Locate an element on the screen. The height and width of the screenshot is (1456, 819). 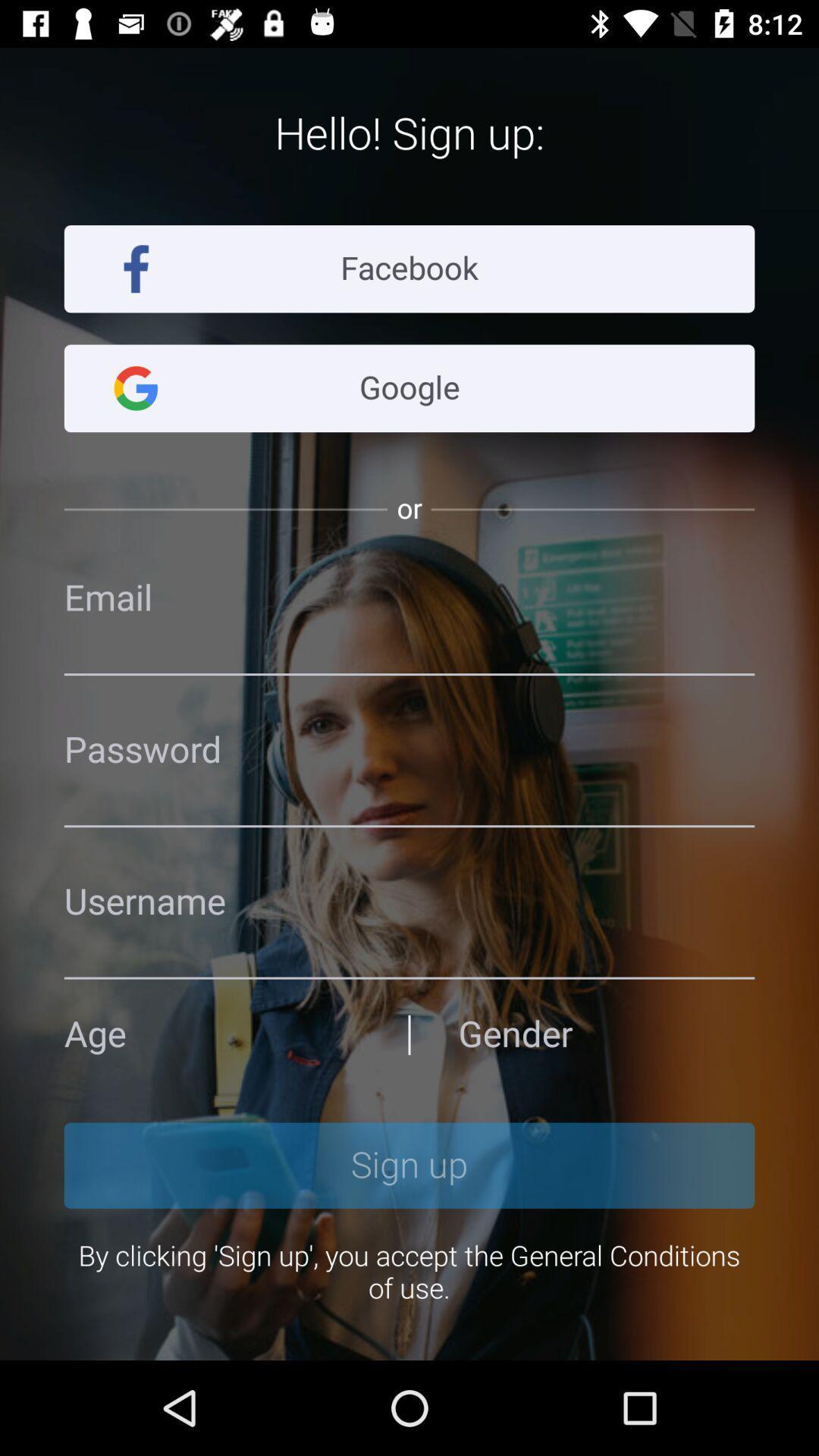
password page is located at coordinates (409, 902).